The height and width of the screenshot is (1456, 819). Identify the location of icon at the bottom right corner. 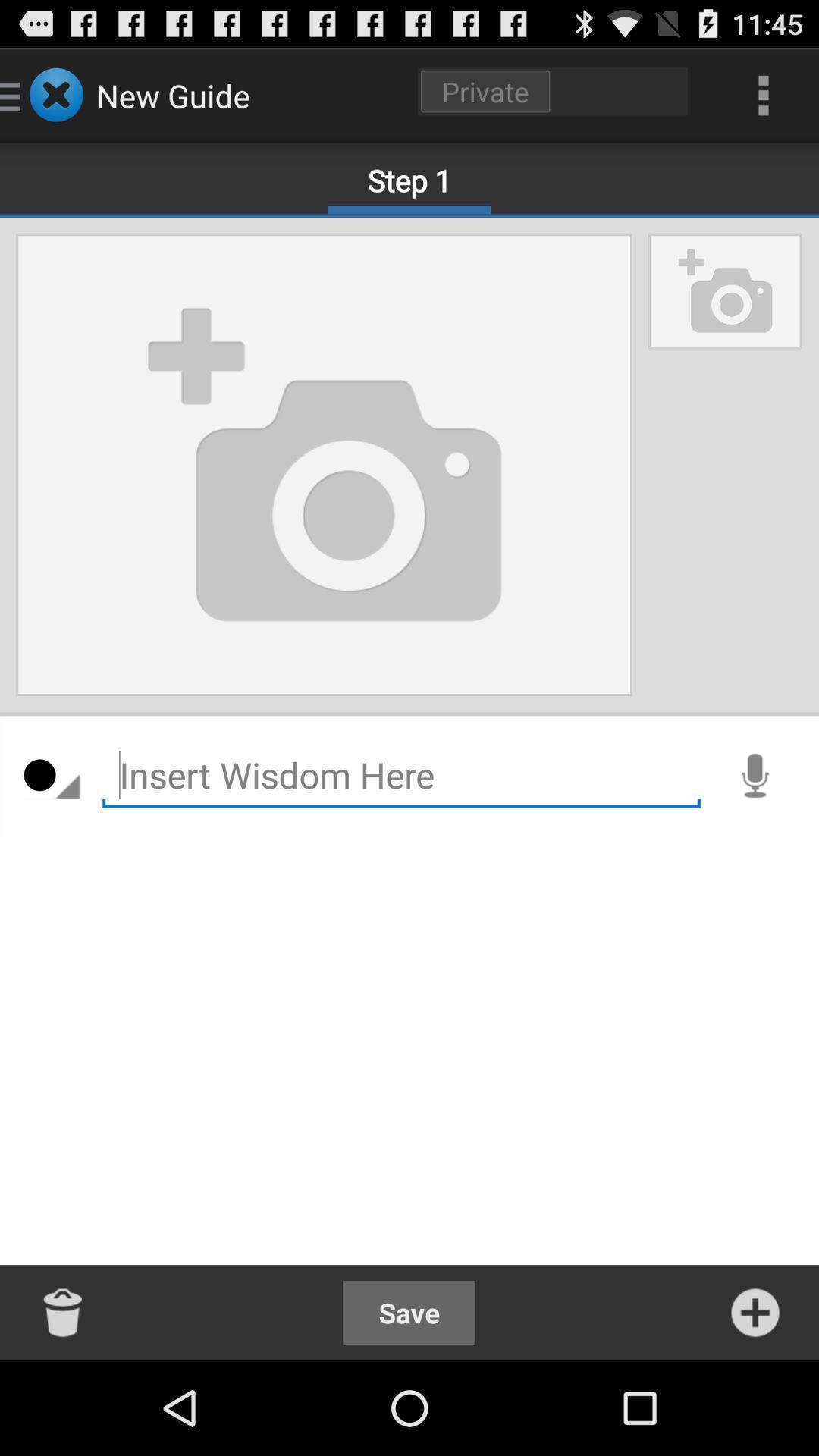
(755, 1312).